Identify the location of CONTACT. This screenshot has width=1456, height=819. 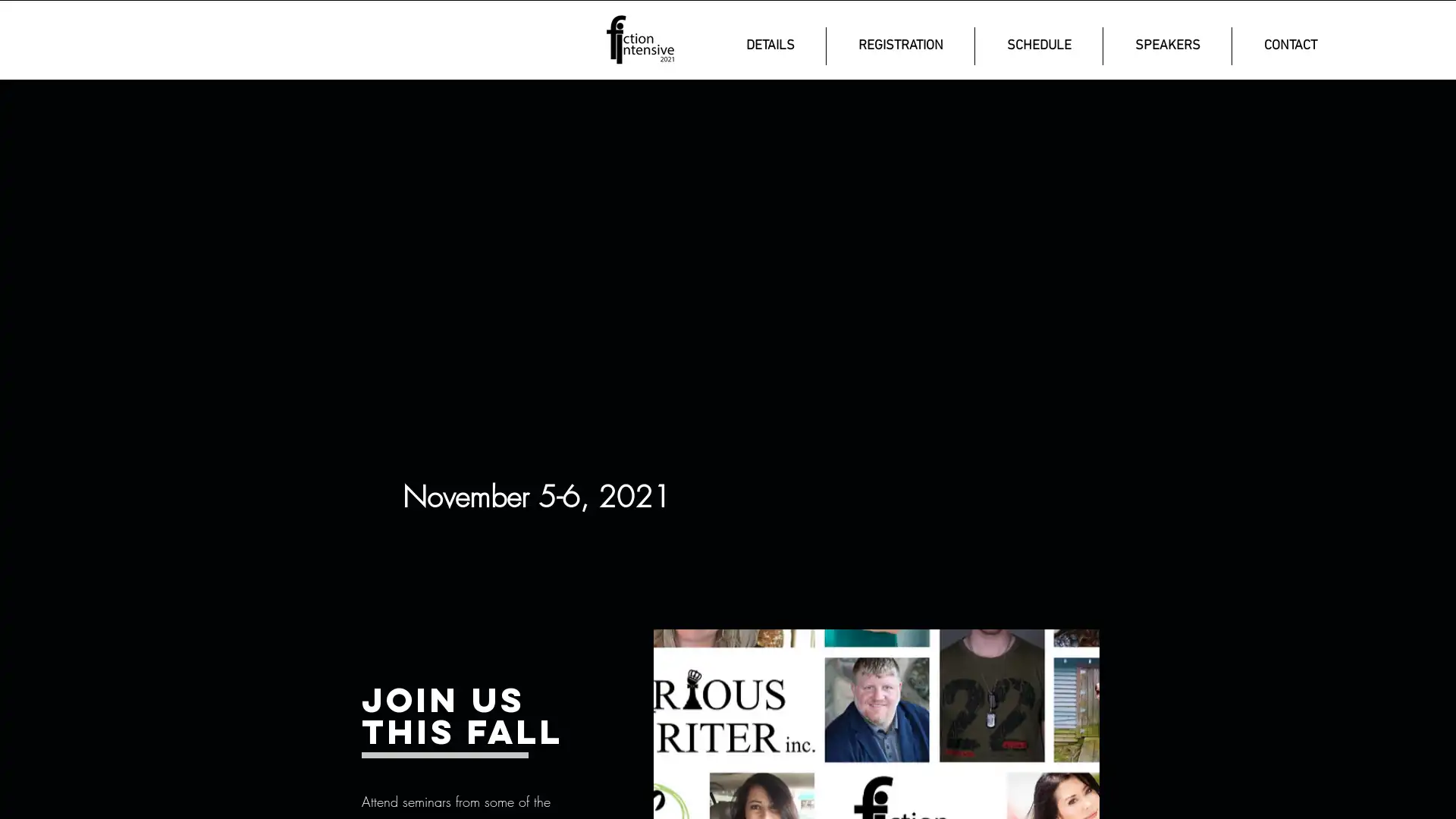
(1289, 45).